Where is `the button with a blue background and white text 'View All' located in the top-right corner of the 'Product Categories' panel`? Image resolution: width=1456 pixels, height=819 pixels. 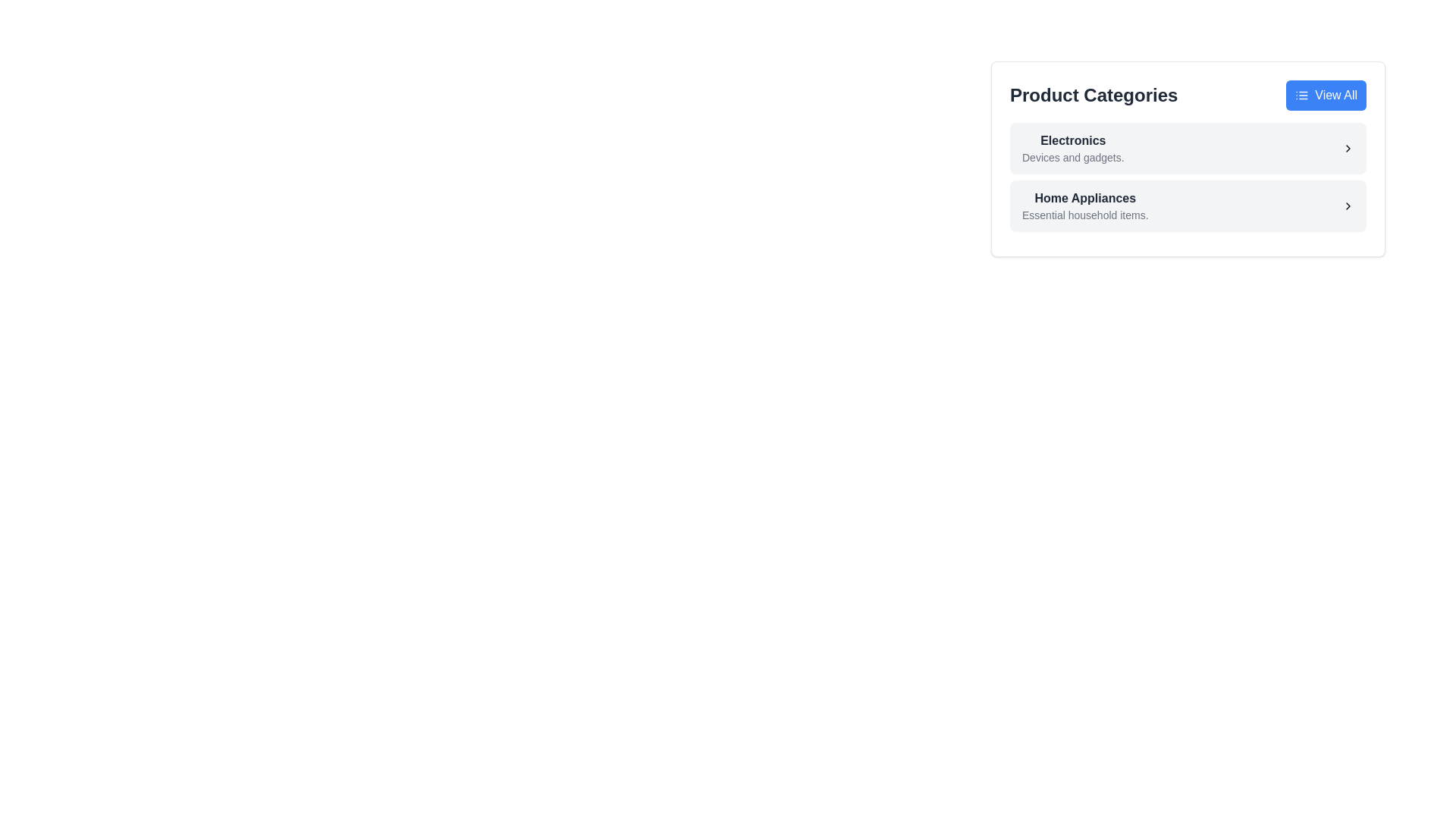
the button with a blue background and white text 'View All' located in the top-right corner of the 'Product Categories' panel is located at coordinates (1326, 96).